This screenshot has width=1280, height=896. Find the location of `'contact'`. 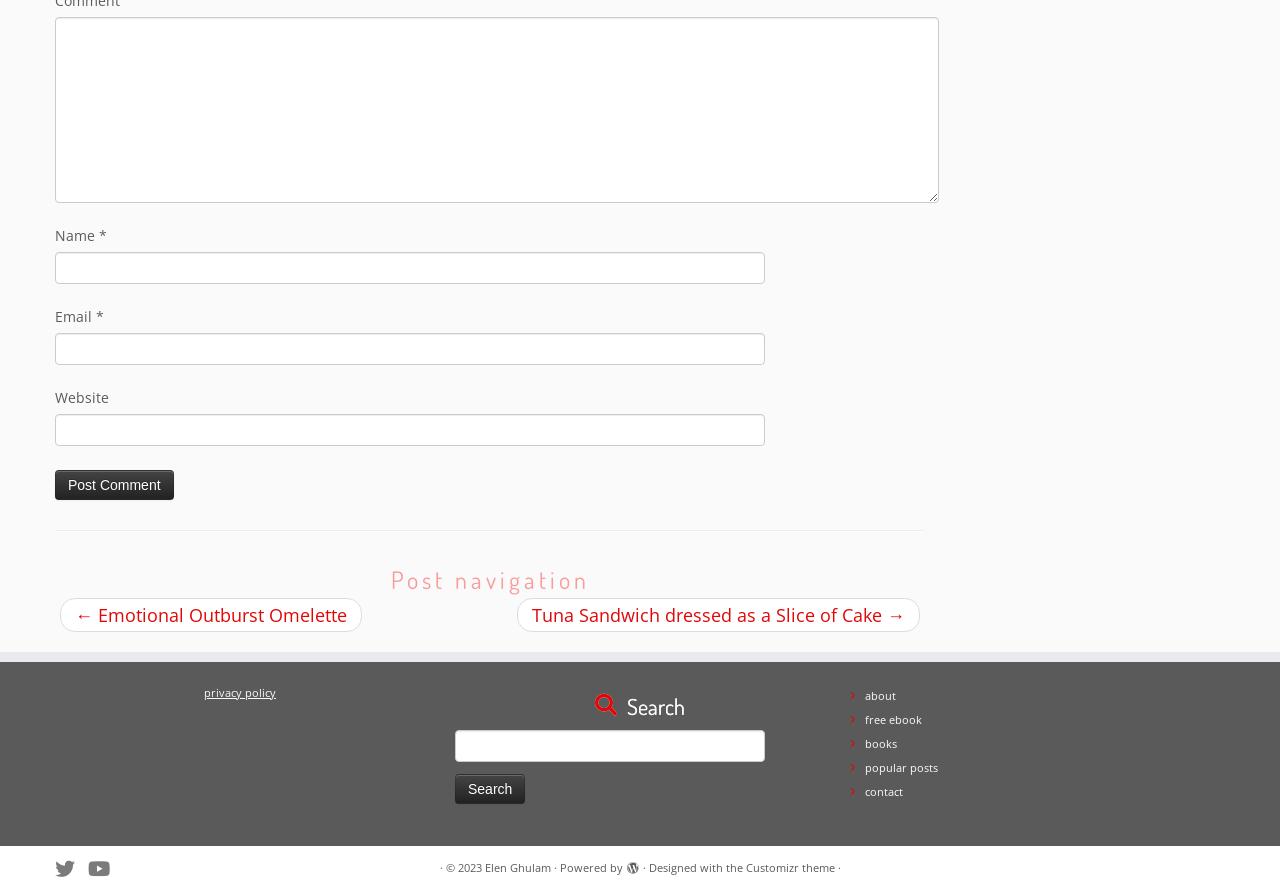

'contact' is located at coordinates (882, 790).